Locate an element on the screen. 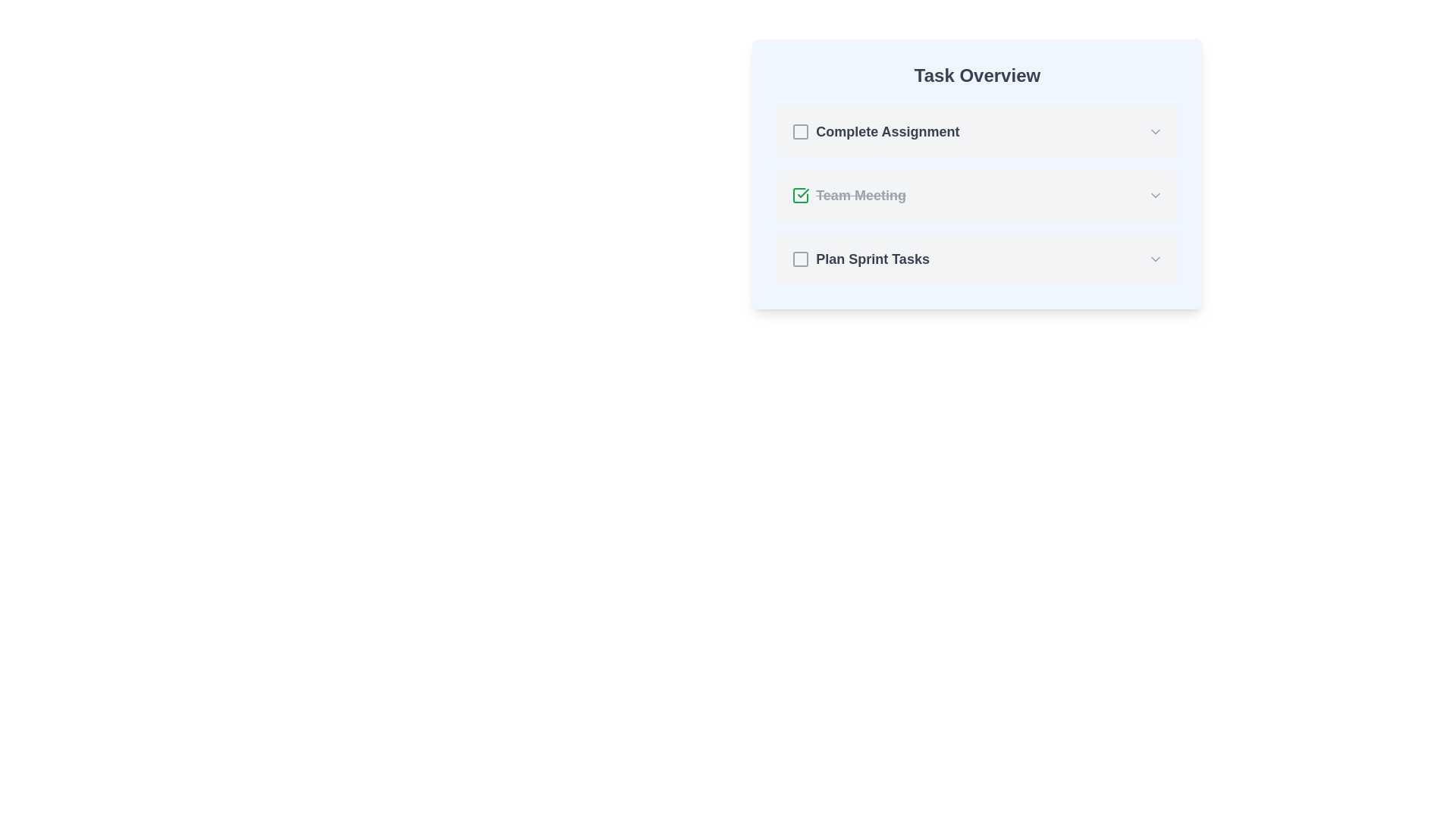 Image resolution: width=1456 pixels, height=819 pixels. the dropdown arrow of the task titled 'Complete Assignment' in the 'Task Overview' section is located at coordinates (977, 130).